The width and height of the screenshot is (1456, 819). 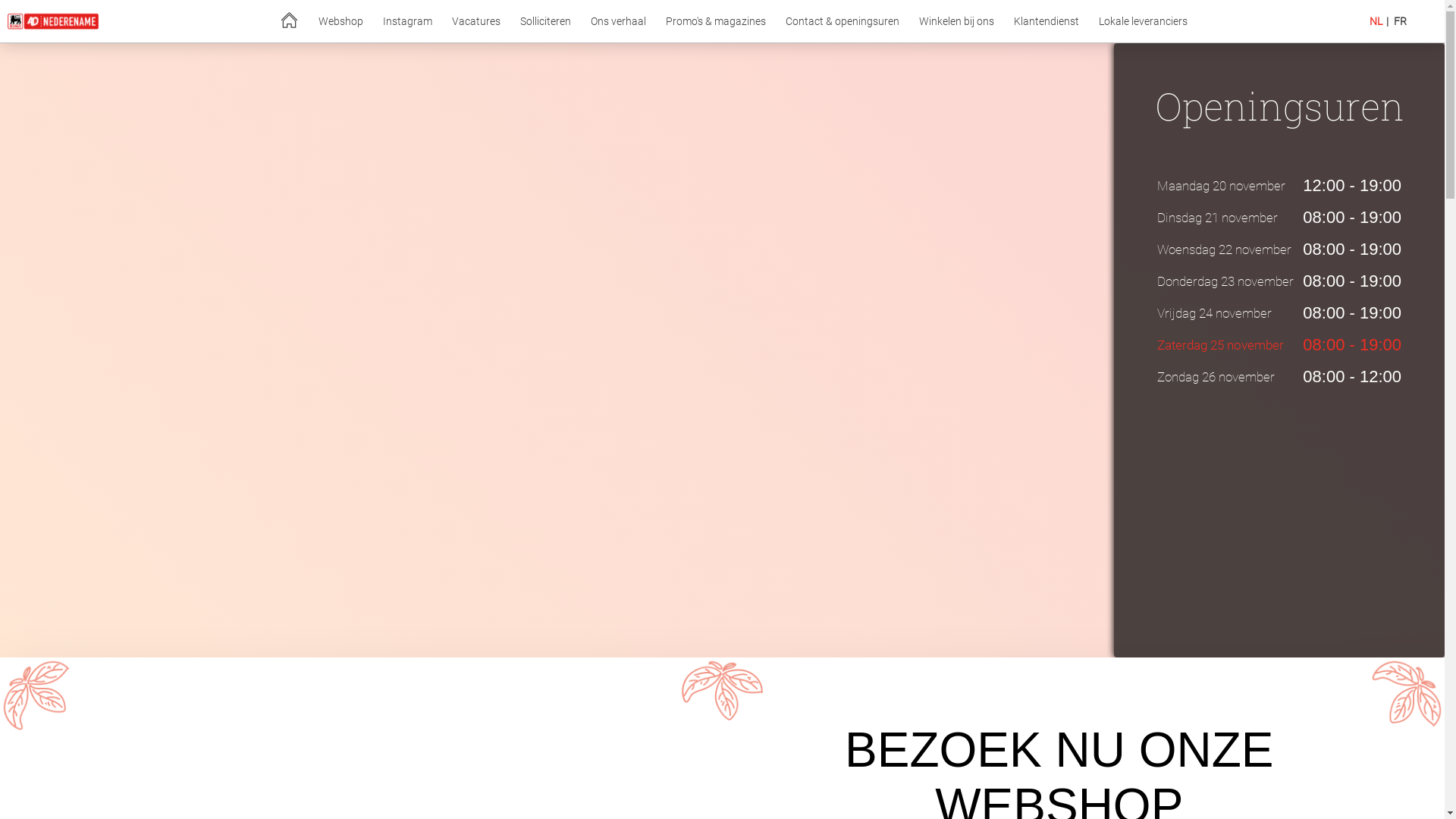 I want to click on 'Contact & openingsuren', so click(x=841, y=20).